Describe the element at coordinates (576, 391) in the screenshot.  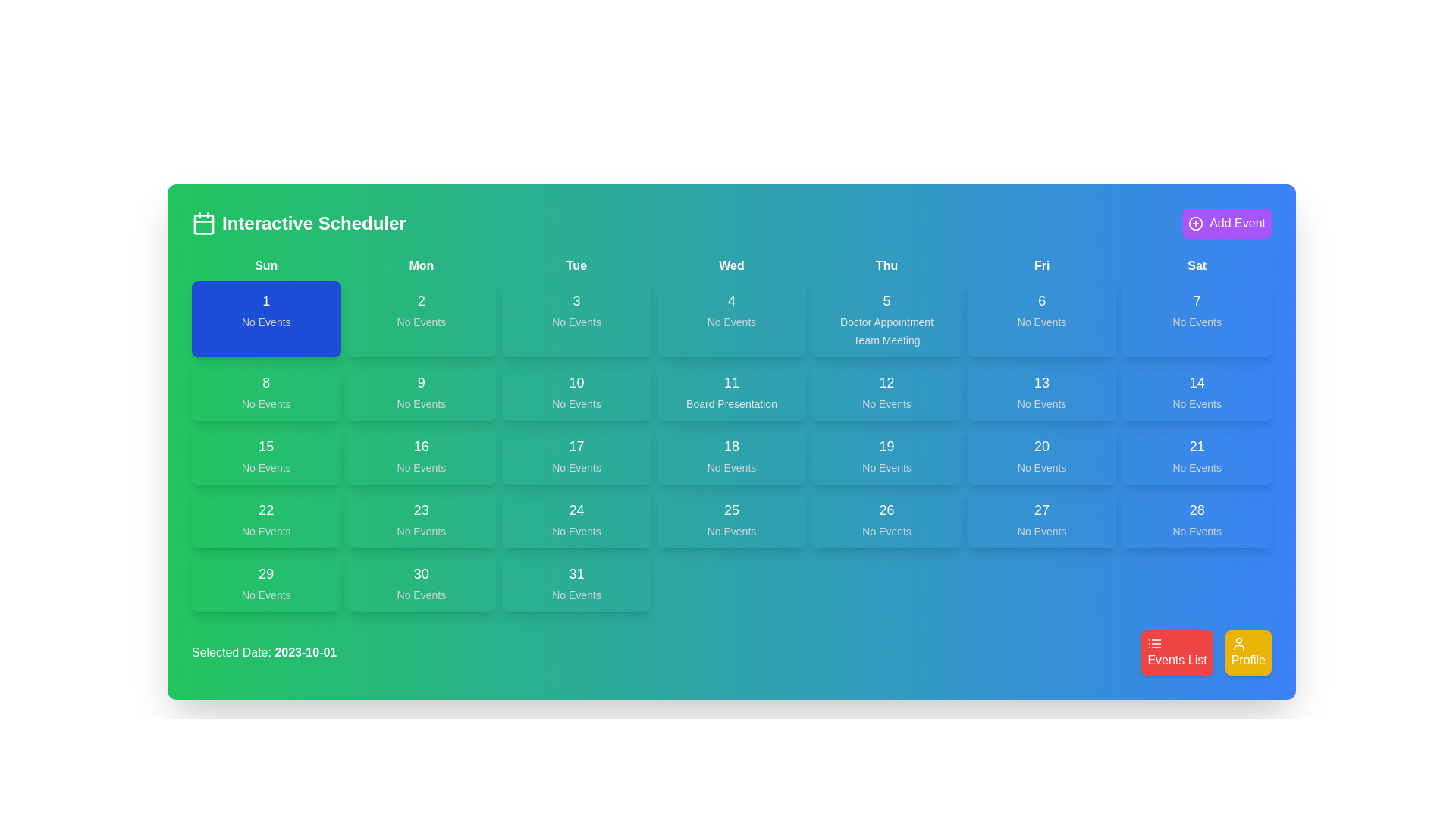
I see `the button-like interactive grid cell labeled '10' in the calendar layout` at that location.